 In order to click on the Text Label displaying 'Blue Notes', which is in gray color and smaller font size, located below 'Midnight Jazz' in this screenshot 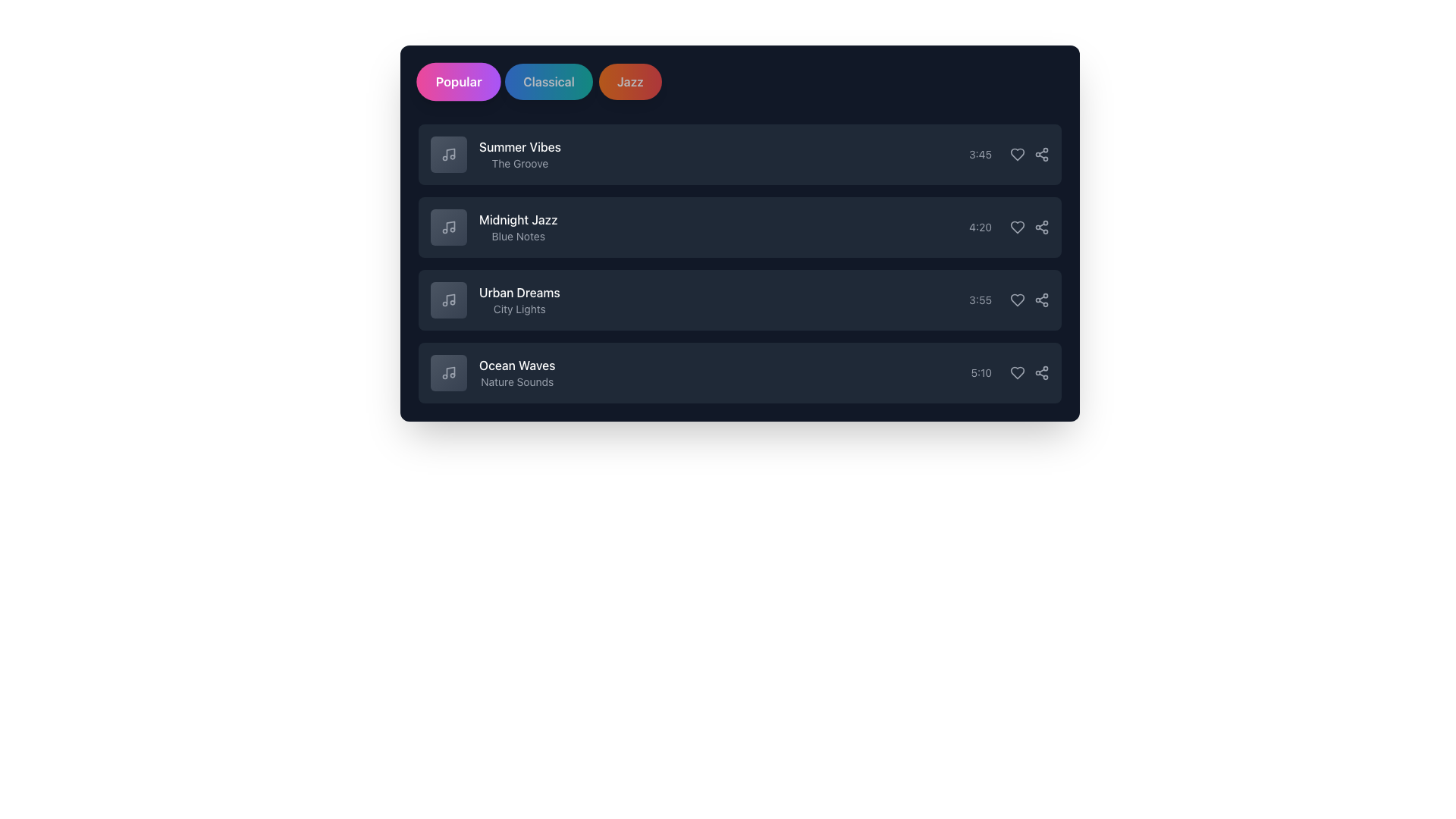, I will do `click(518, 237)`.